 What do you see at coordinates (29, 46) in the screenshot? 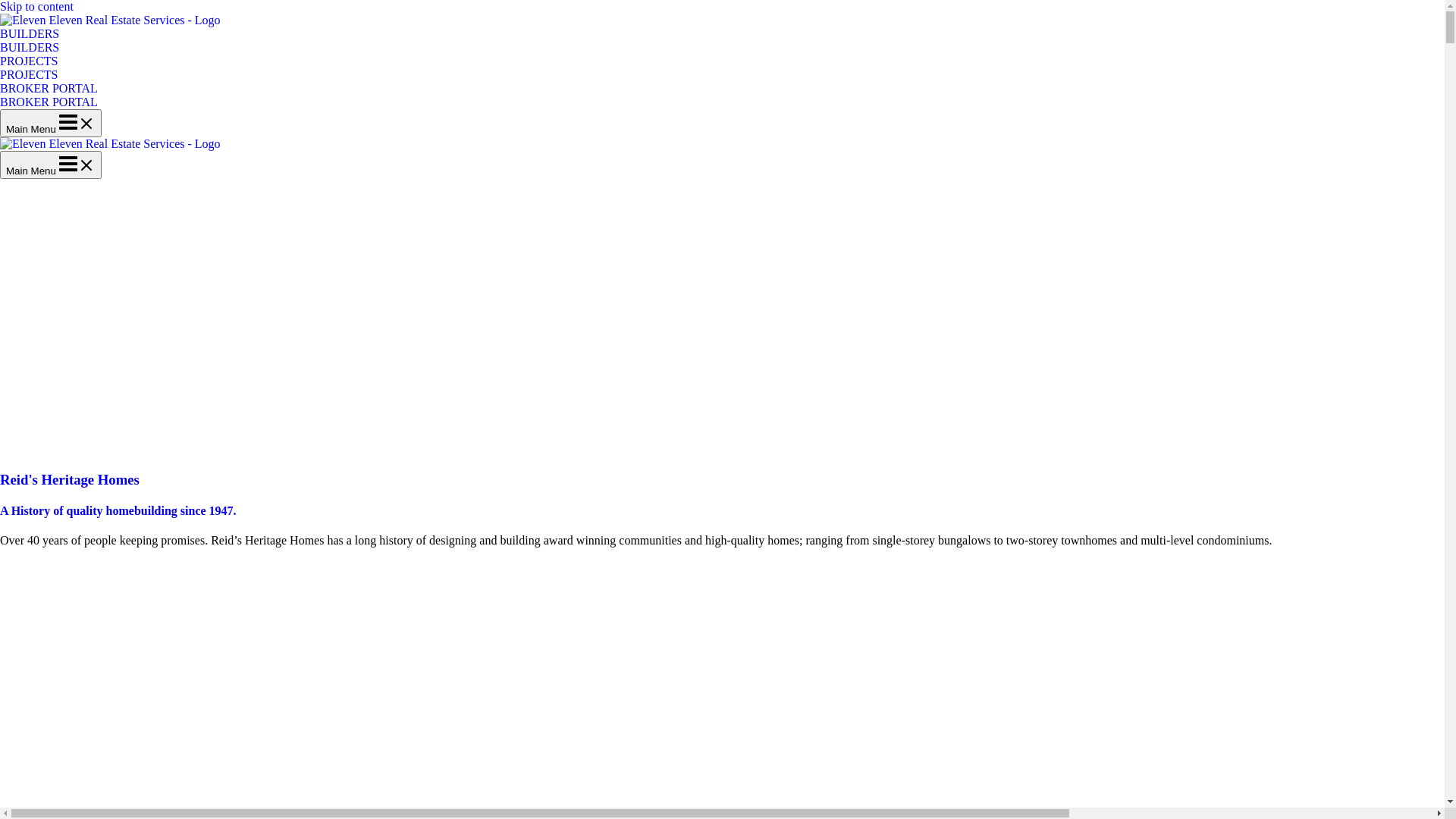
I see `'BUILDERS'` at bounding box center [29, 46].